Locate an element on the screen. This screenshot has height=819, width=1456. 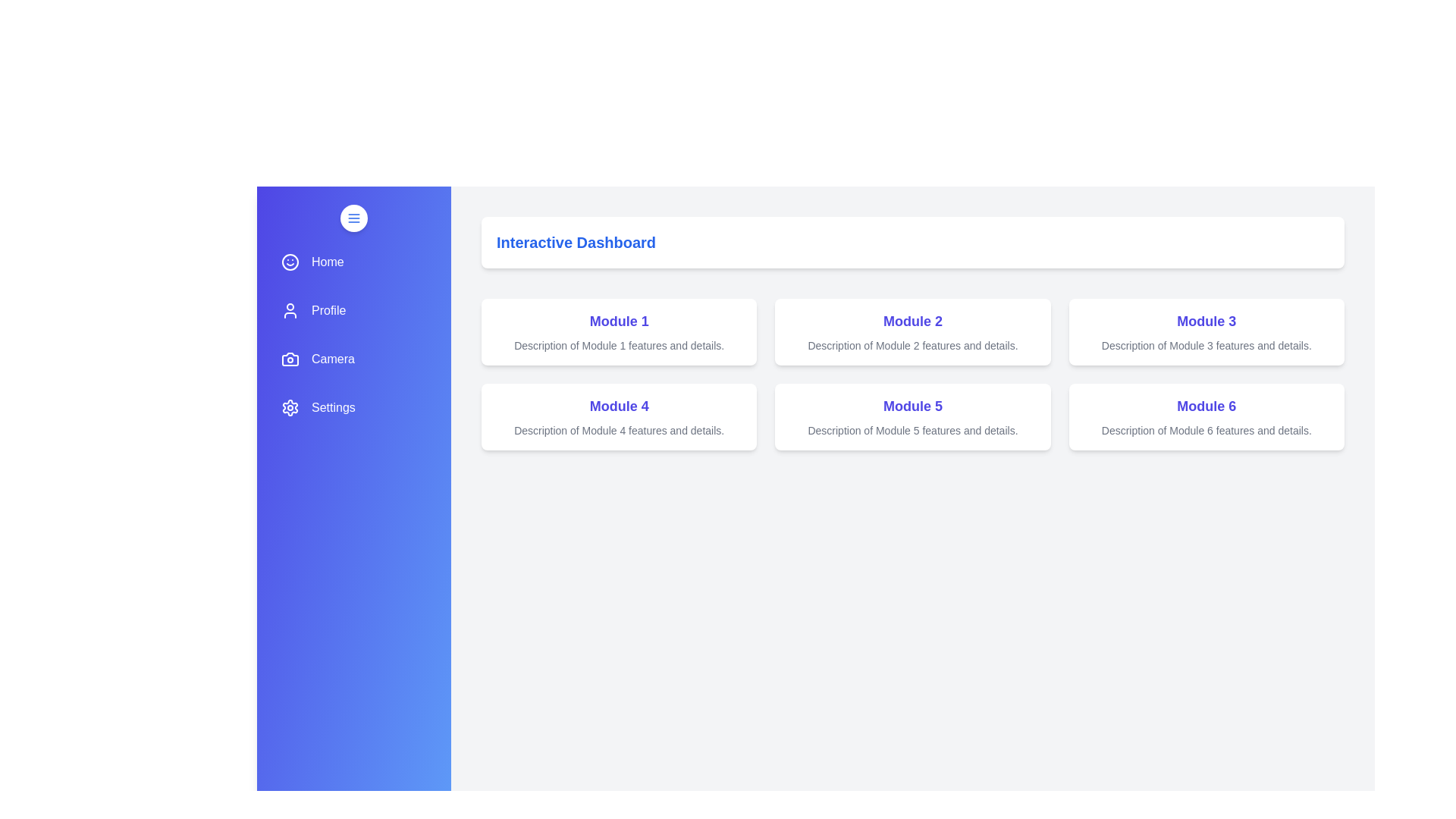
the menu toggle icon located at the top center of the sidebar is located at coordinates (353, 218).